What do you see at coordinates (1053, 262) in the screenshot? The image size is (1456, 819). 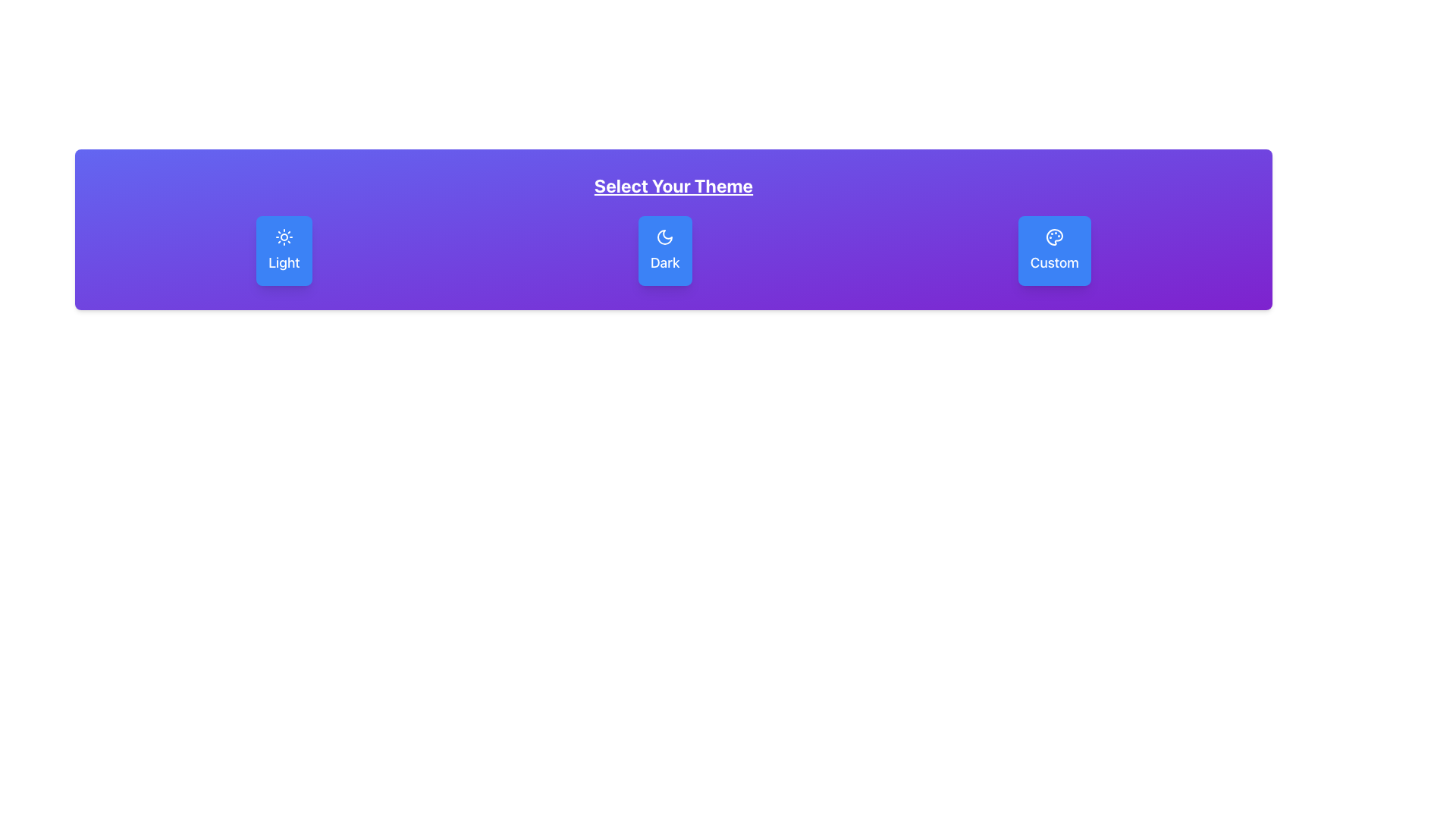 I see `the static text with a decorative icon that indicates the 'Custom' theme option within the blue rectangular button` at bounding box center [1053, 262].